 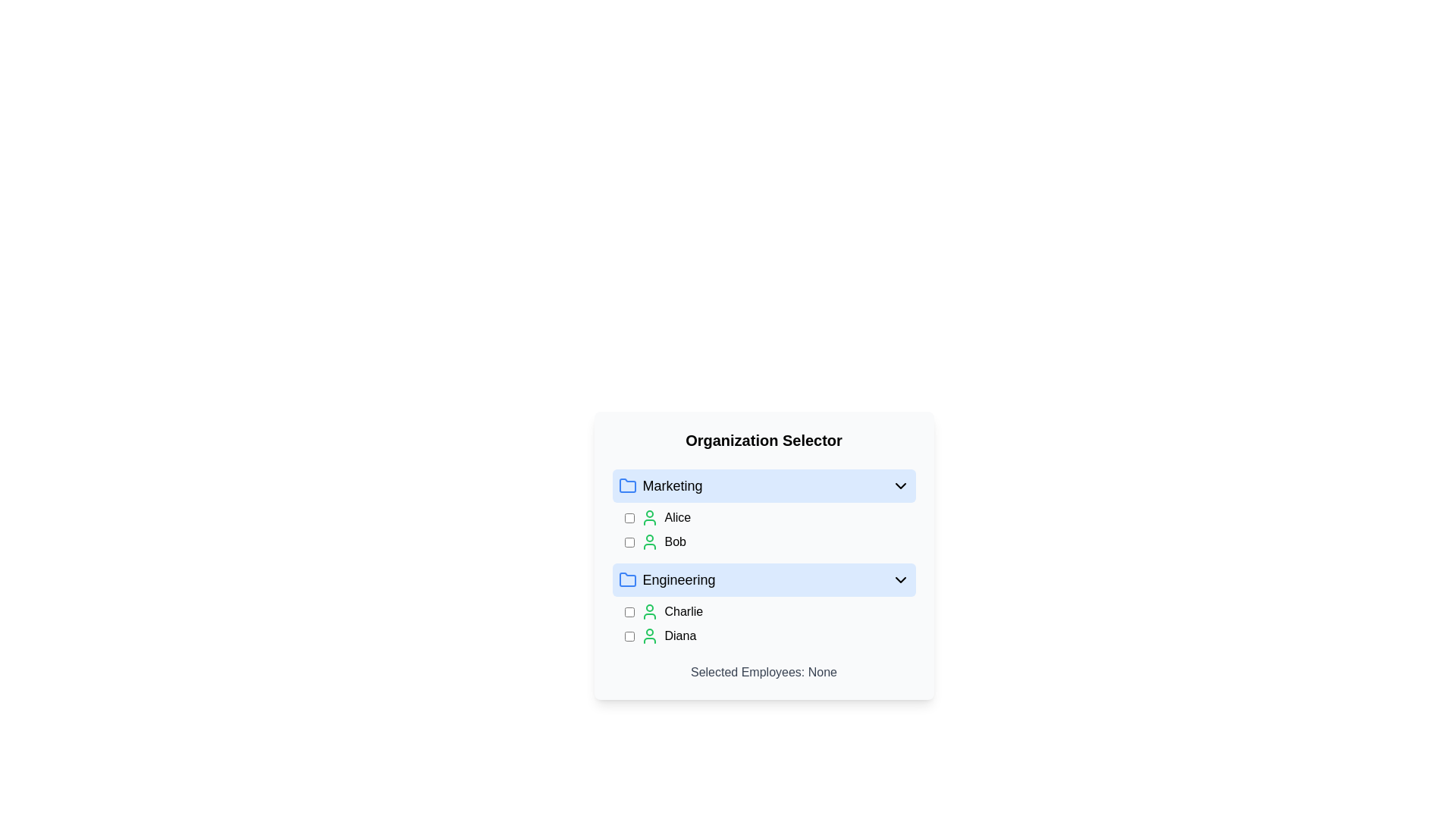 I want to click on the user silhouette icon with a green stroke color next to the label 'Bob' in the 'Marketing' section of the 'Organization Selector', so click(x=649, y=541).